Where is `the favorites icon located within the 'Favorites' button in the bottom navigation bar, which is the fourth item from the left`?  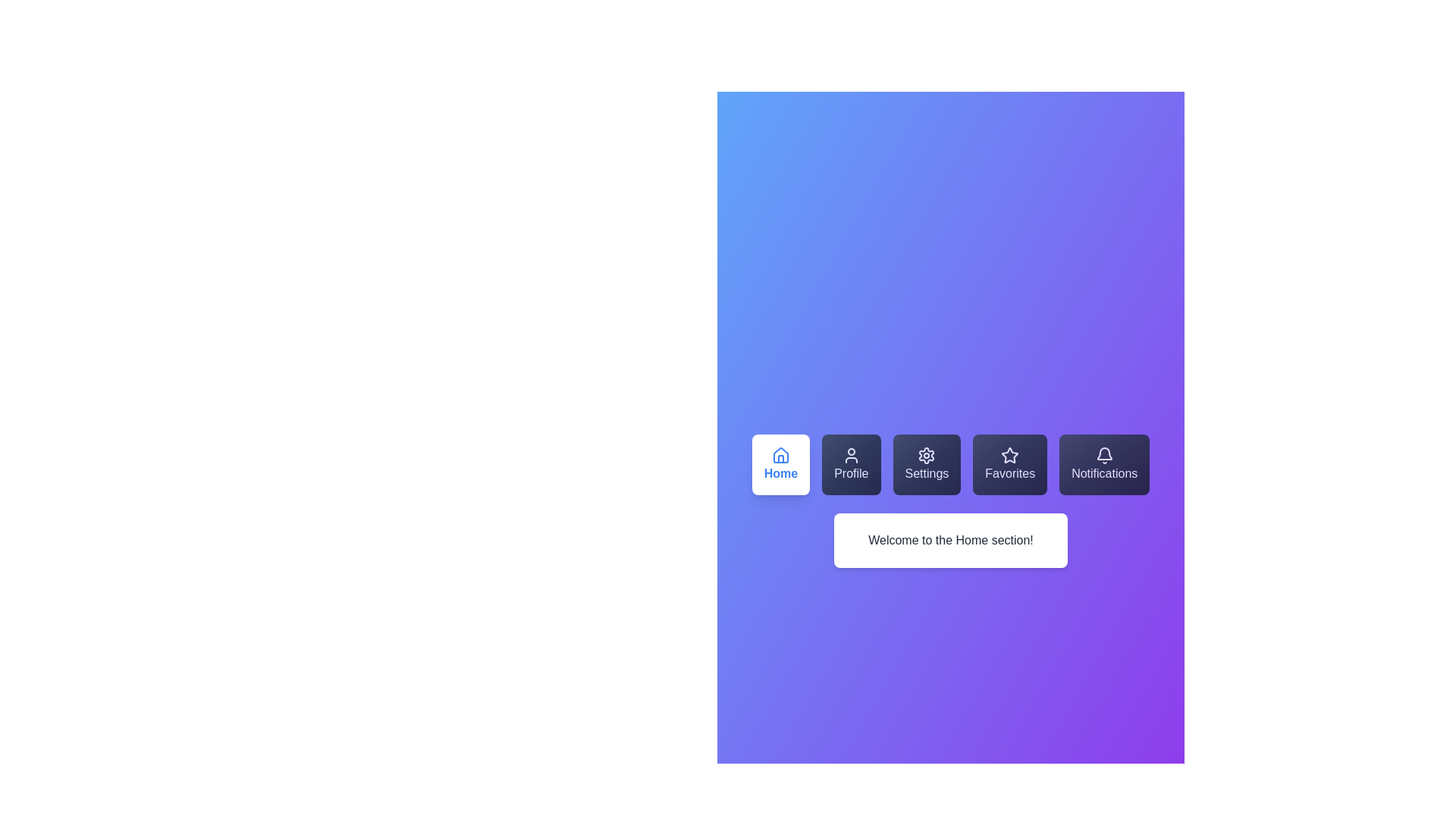 the favorites icon located within the 'Favorites' button in the bottom navigation bar, which is the fourth item from the left is located at coordinates (1010, 455).